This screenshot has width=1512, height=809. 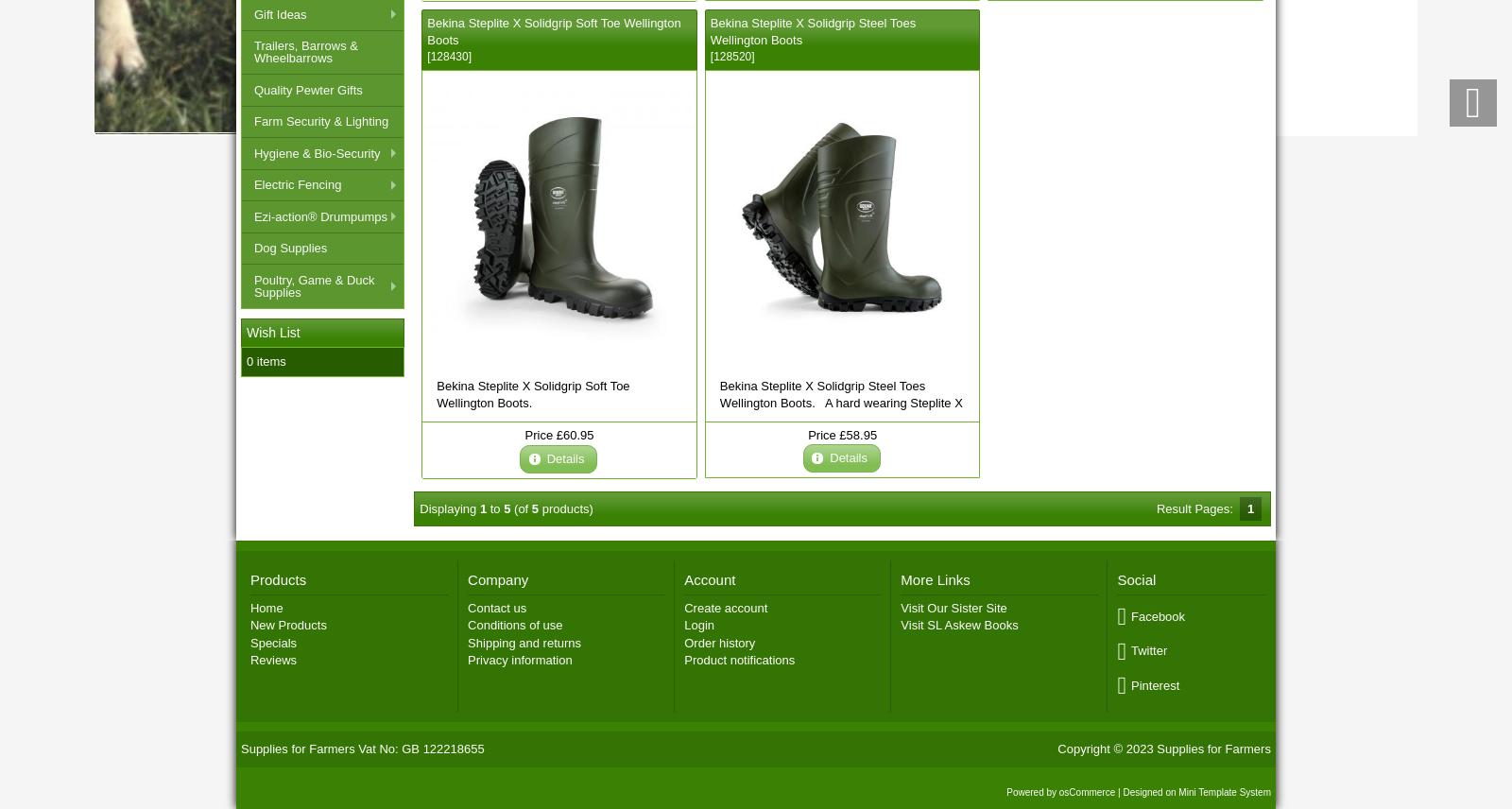 What do you see at coordinates (959, 625) in the screenshot?
I see `'Visit SL Askew Books'` at bounding box center [959, 625].